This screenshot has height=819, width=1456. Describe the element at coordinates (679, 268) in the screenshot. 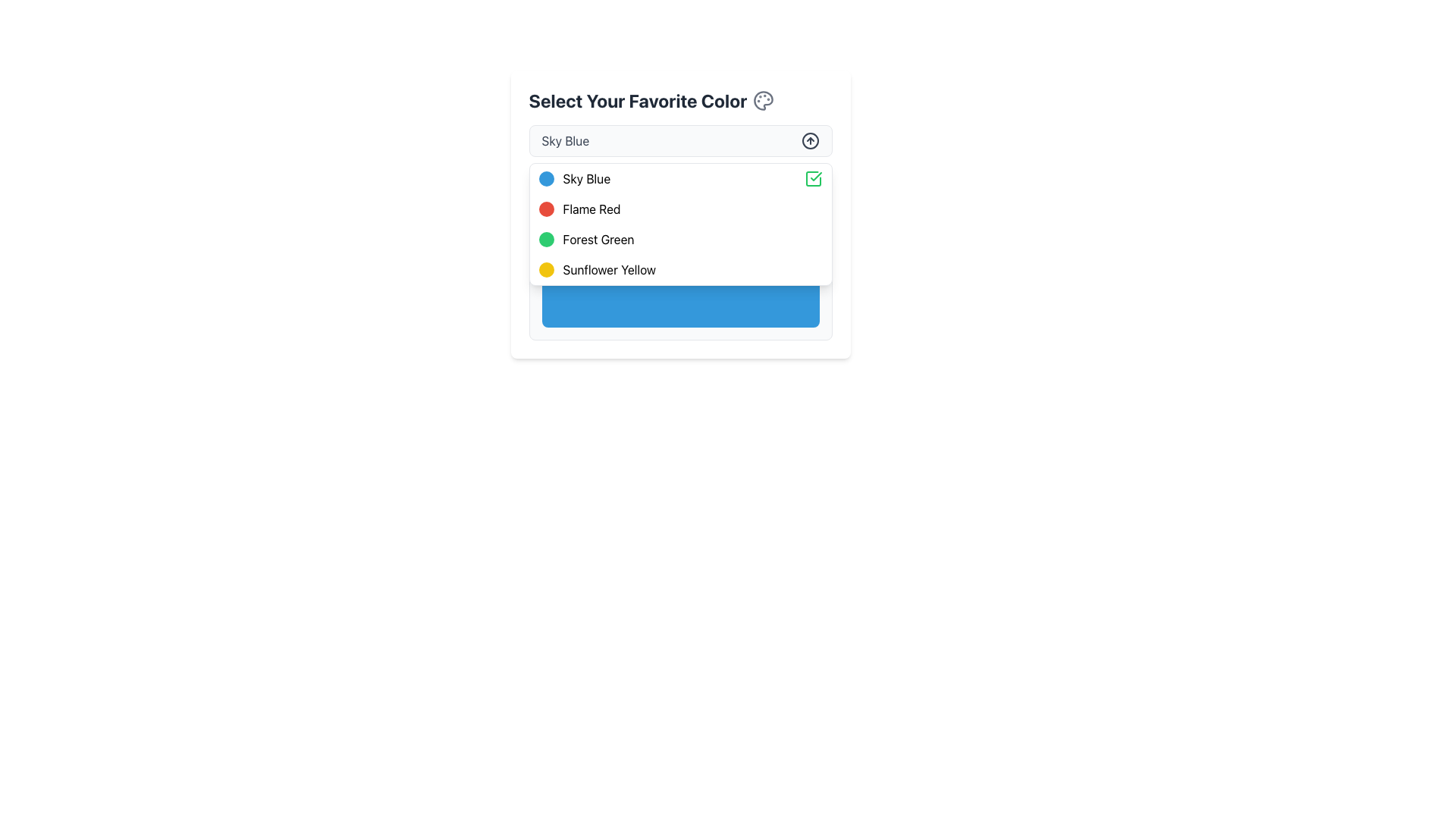

I see `the list item labeled 'Sunflower Yellow' in the dropdown menu` at that location.